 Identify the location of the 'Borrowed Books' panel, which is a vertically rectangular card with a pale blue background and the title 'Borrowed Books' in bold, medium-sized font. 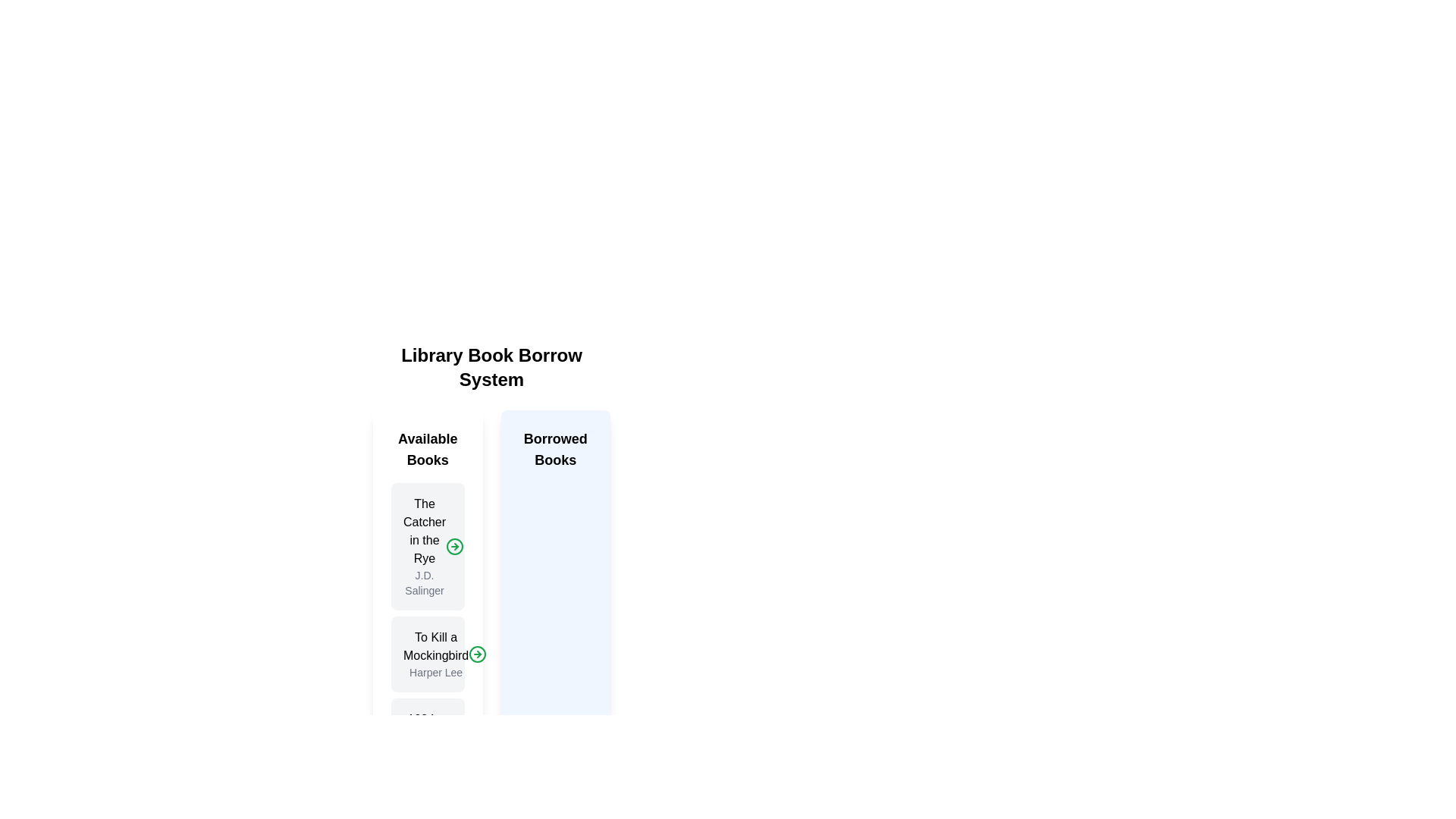
(554, 601).